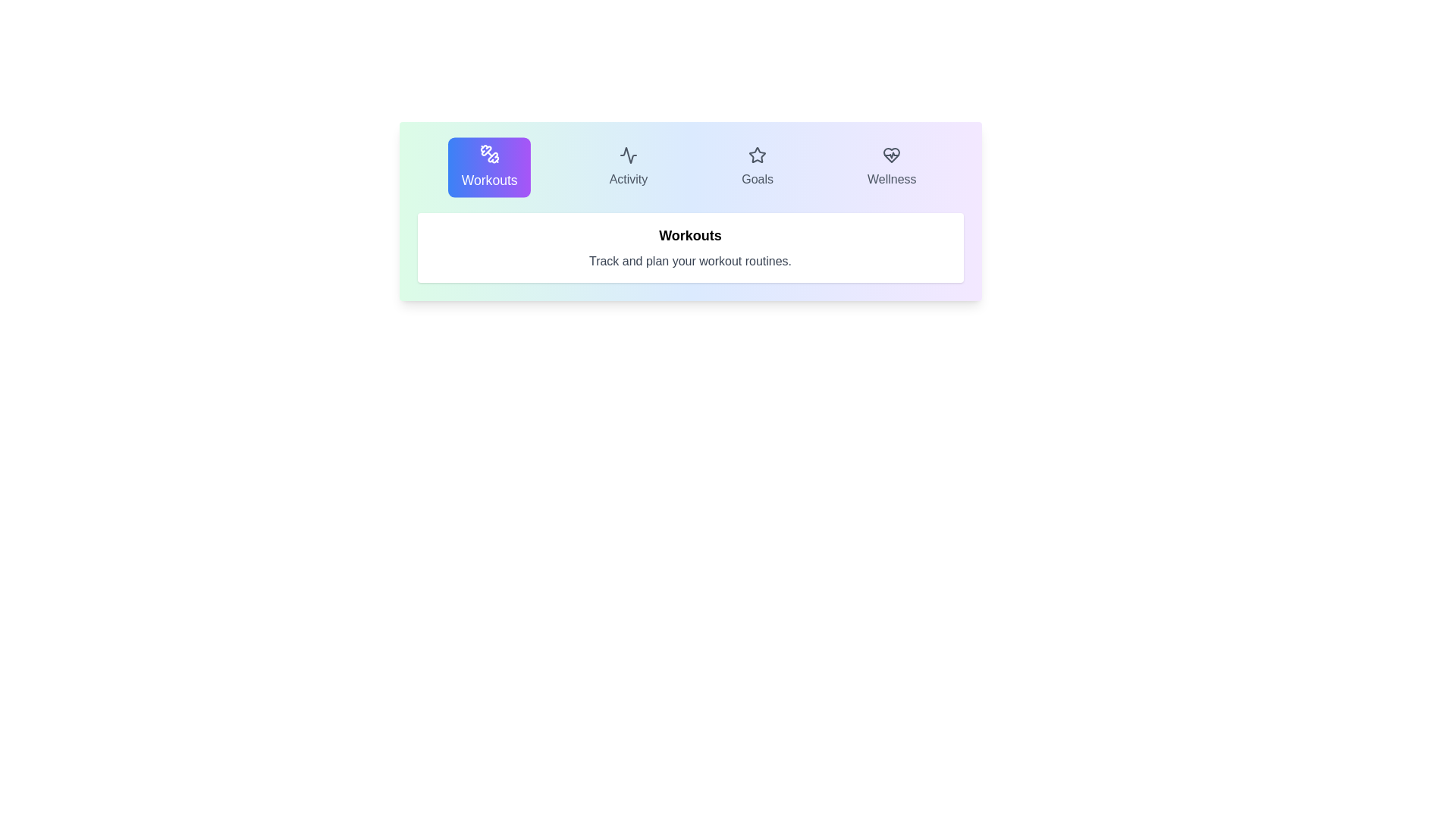  Describe the element at coordinates (689, 260) in the screenshot. I see `the text display stating 'Track and plan your workout routines.' which is located directly beneath the bolded text 'Workouts'` at that location.